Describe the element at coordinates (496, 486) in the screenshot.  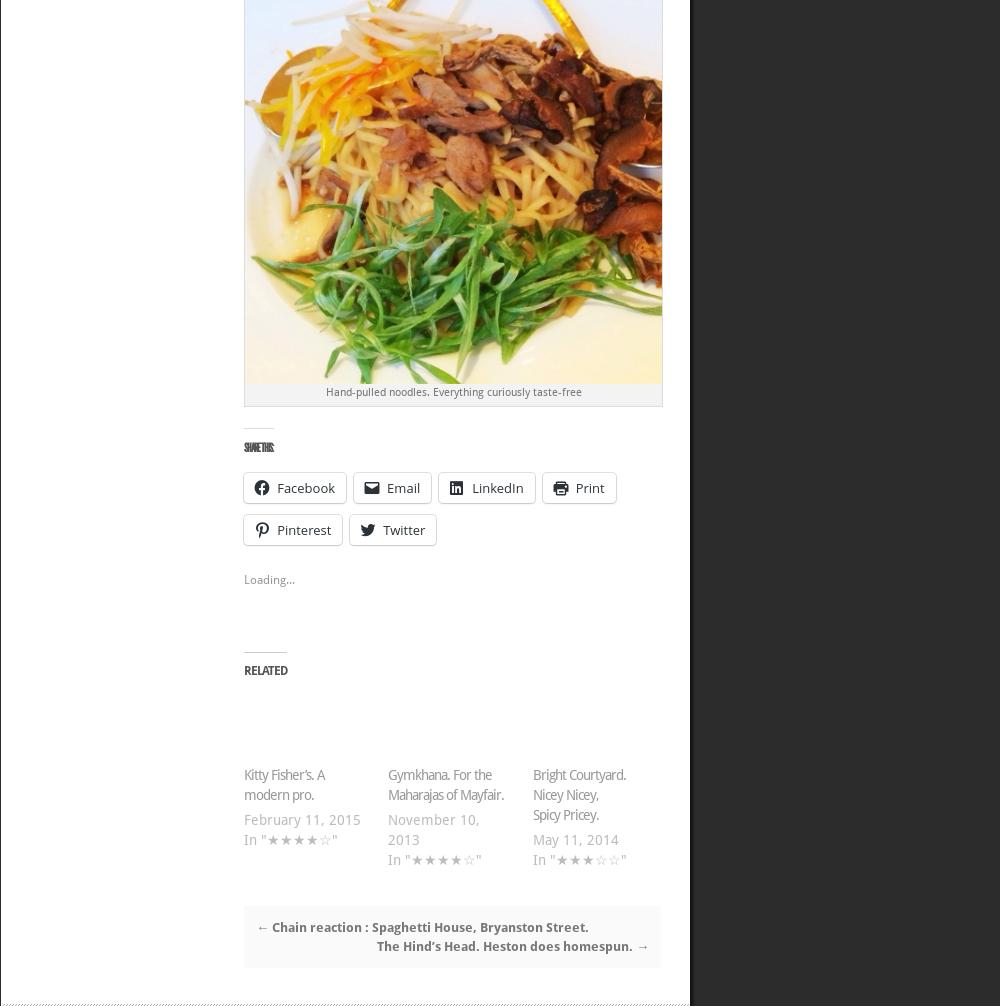
I see `'LinkedIn'` at that location.